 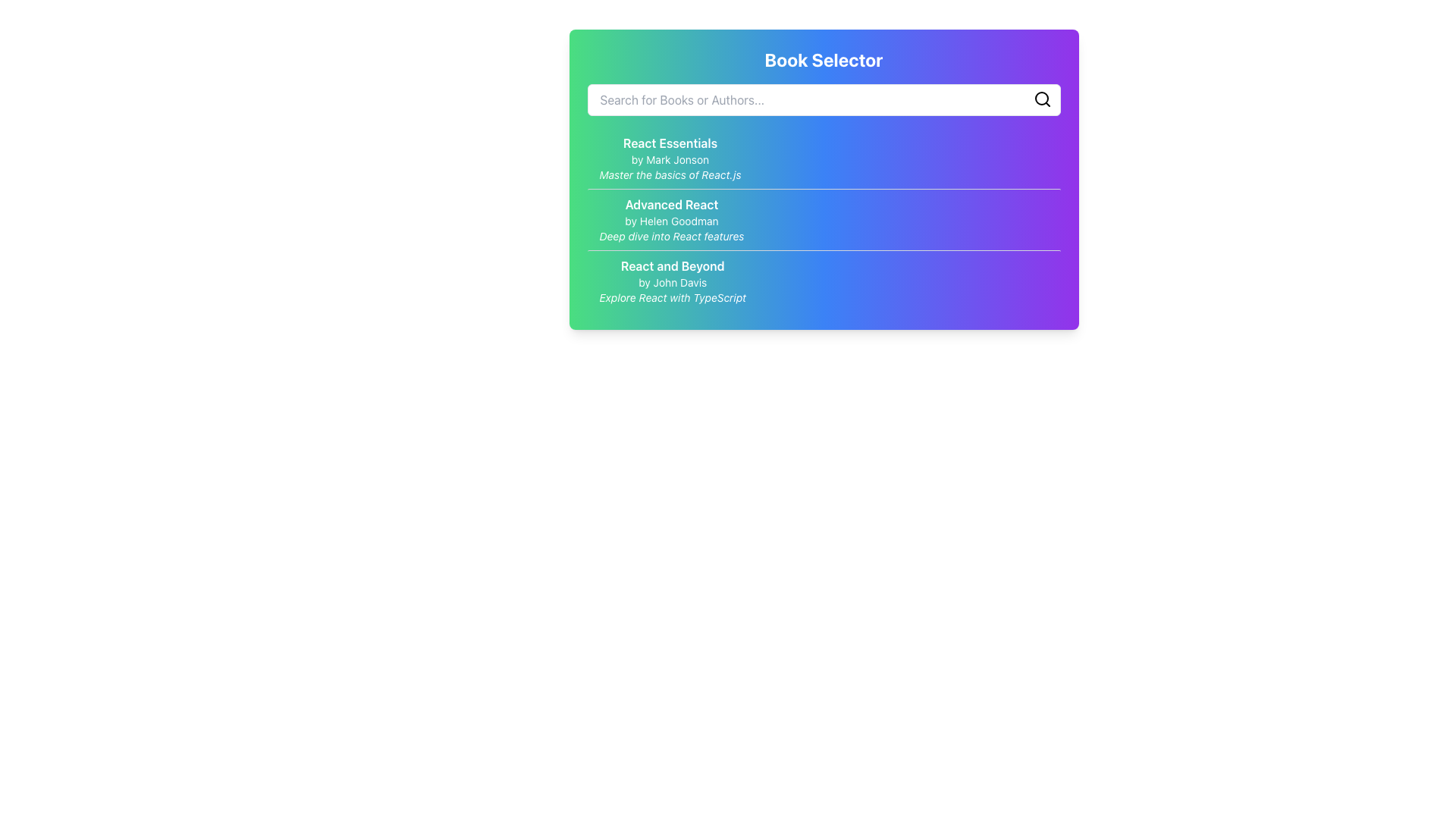 What do you see at coordinates (669, 158) in the screenshot?
I see `on the first list item in the book selector, which features the title 'React Essentials' in bold and larger text` at bounding box center [669, 158].